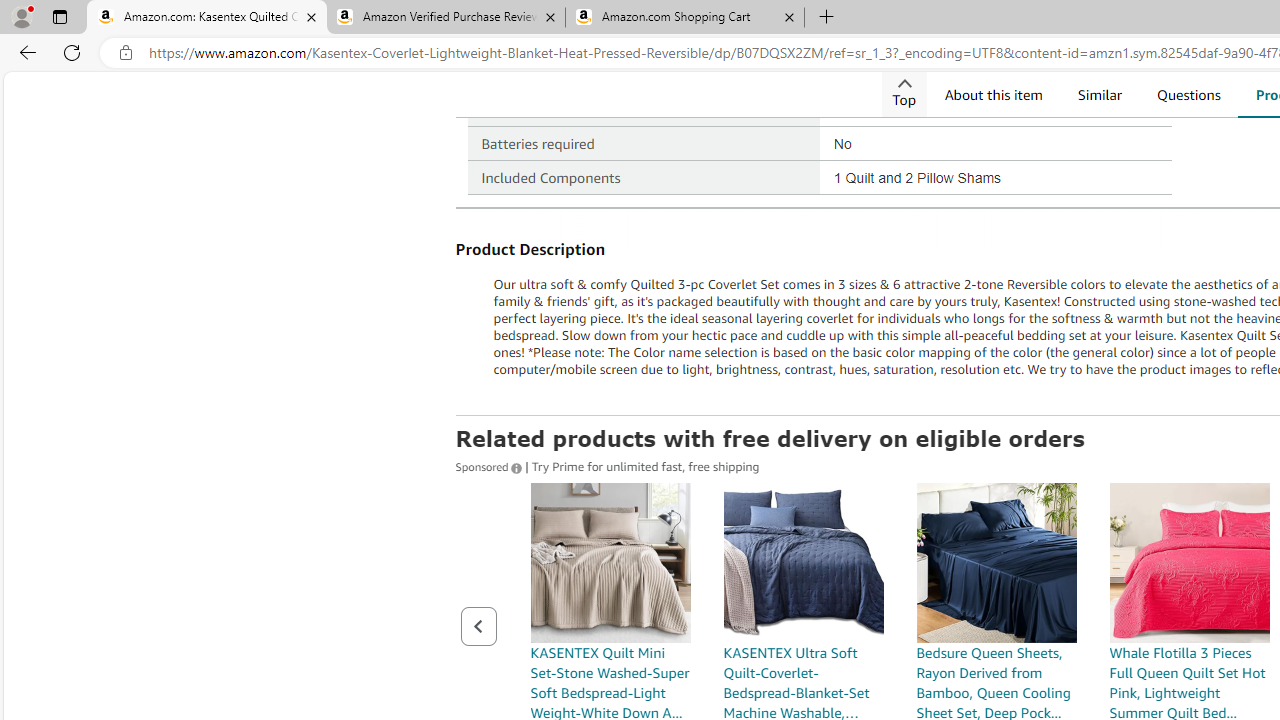  Describe the element at coordinates (1188, 94) in the screenshot. I see `'Questions'` at that location.